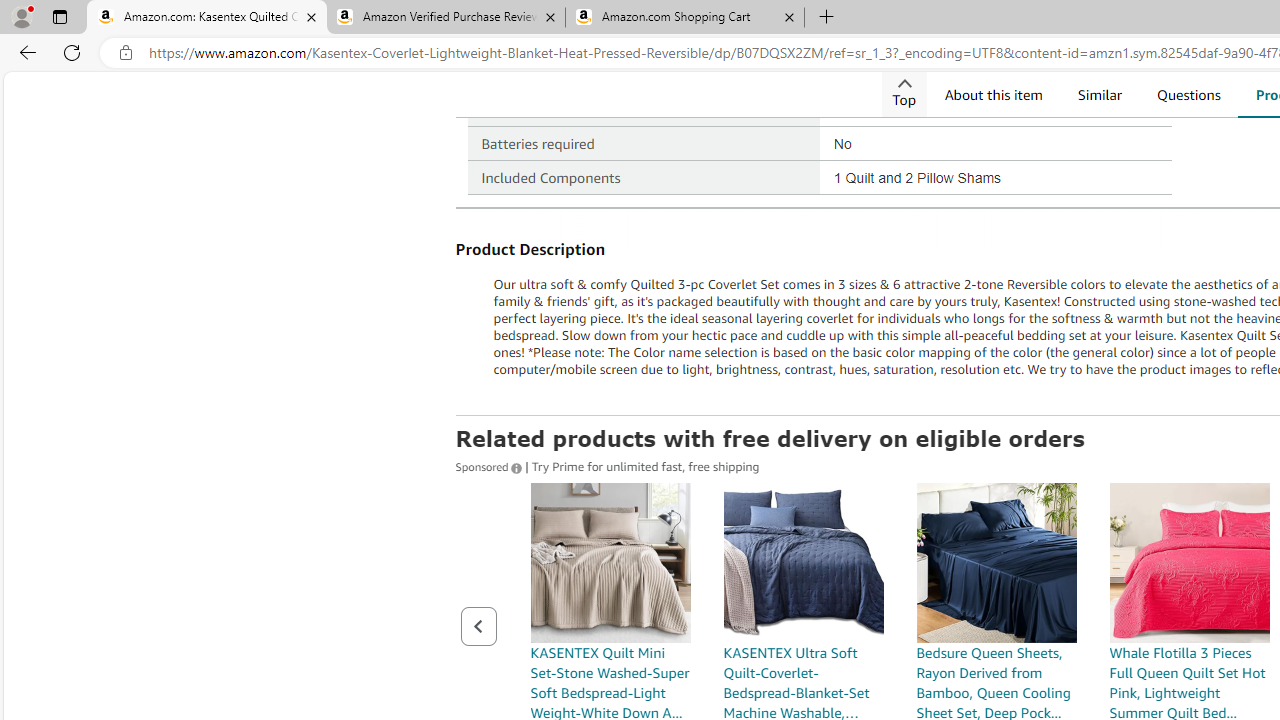  Describe the element at coordinates (1188, 94) in the screenshot. I see `'Questions'` at that location.